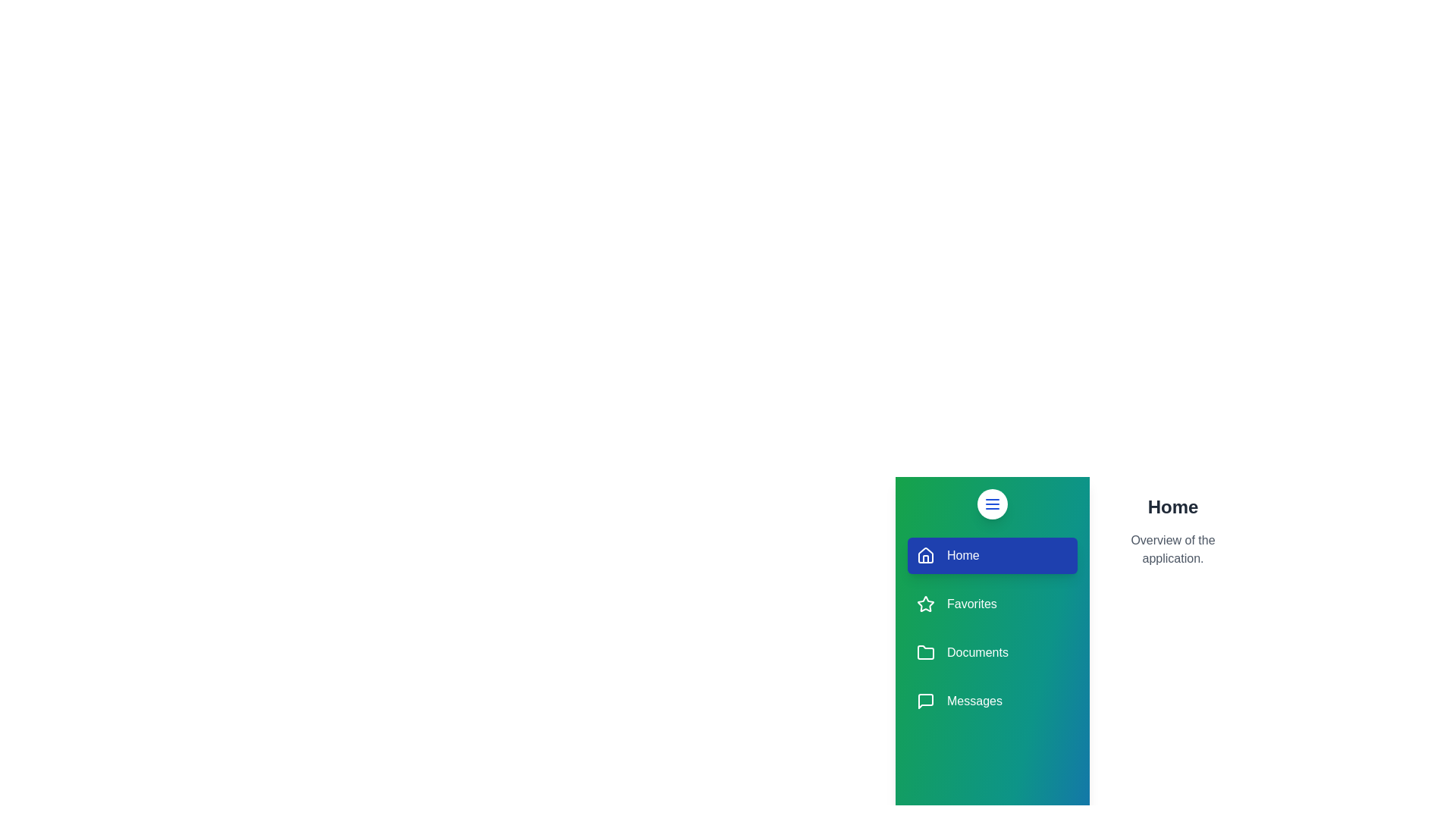 Image resolution: width=1456 pixels, height=819 pixels. What do you see at coordinates (993, 701) in the screenshot?
I see `the Messages section from the drawer menu` at bounding box center [993, 701].